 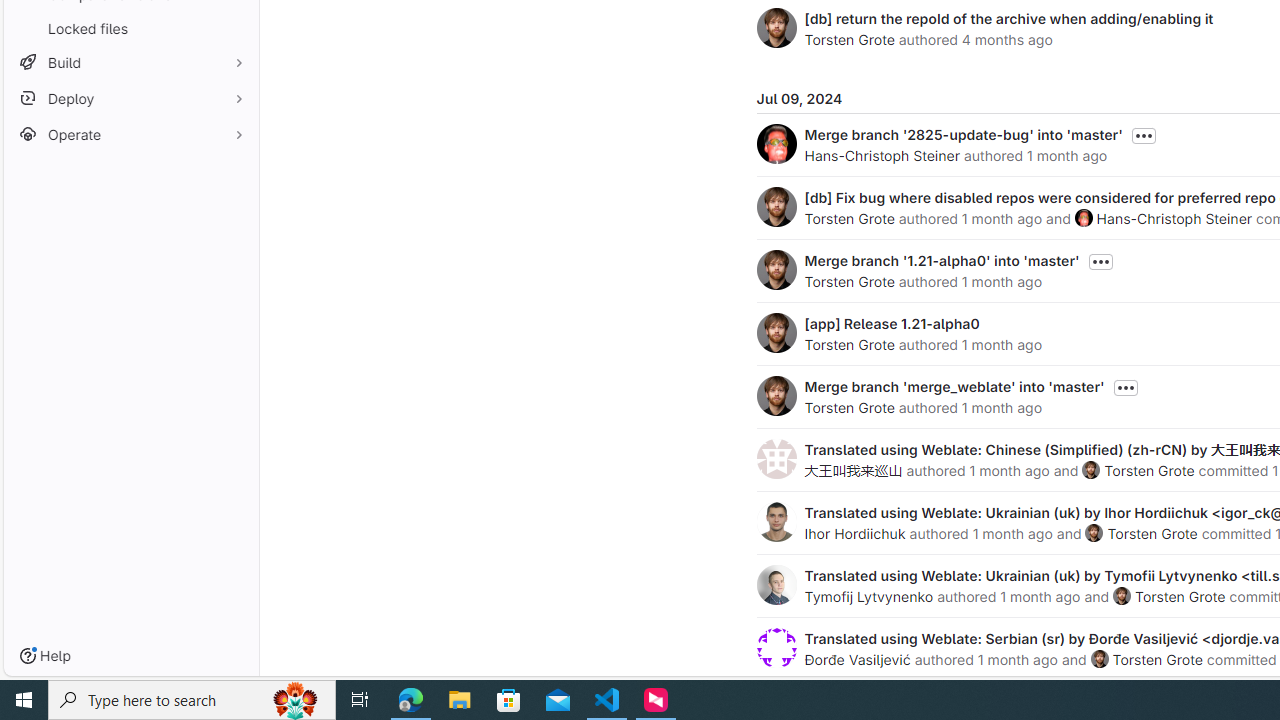 What do you see at coordinates (459, 698) in the screenshot?
I see `'File Explorer'` at bounding box center [459, 698].